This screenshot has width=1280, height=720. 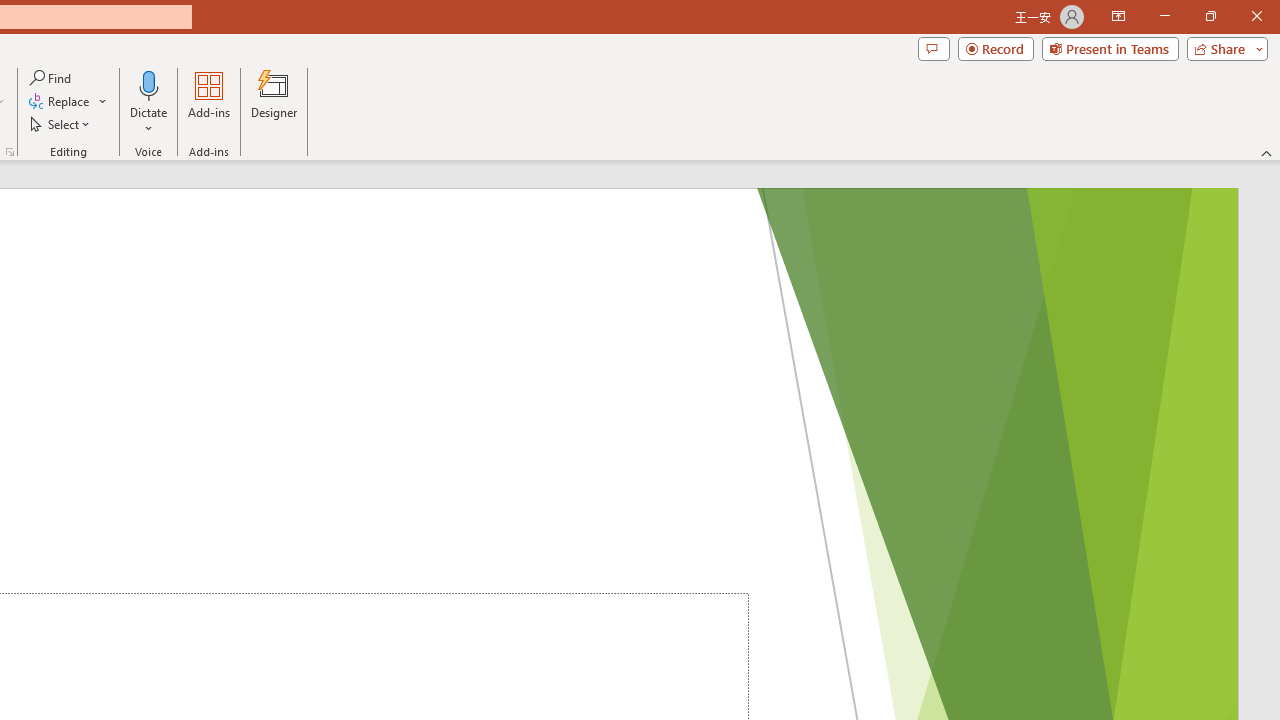 What do you see at coordinates (1209, 16) in the screenshot?
I see `'Restore Down'` at bounding box center [1209, 16].